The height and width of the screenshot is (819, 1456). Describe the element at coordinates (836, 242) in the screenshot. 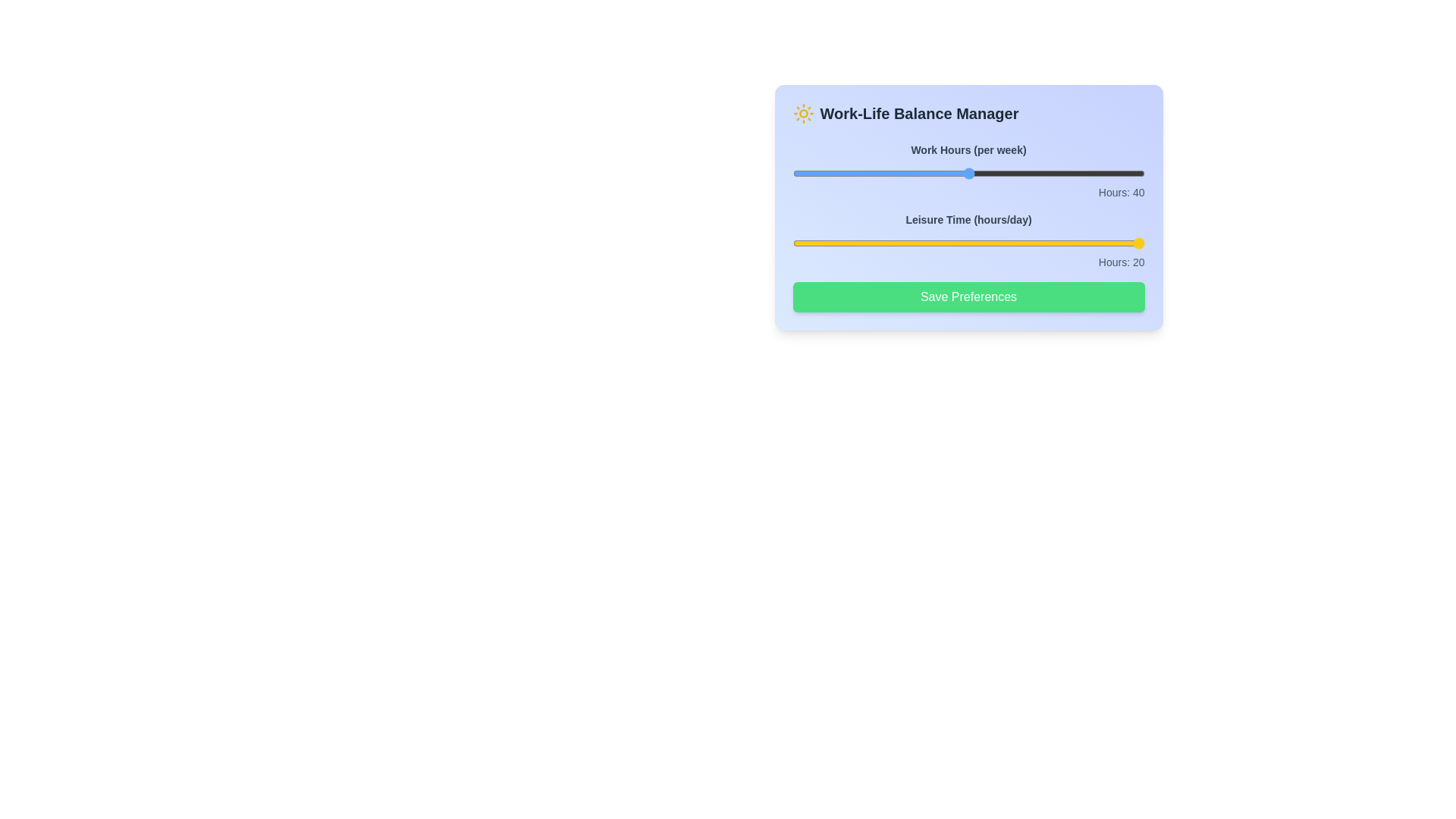

I see `the 'Leisure Time' slider to set leisure hours to 3` at that location.